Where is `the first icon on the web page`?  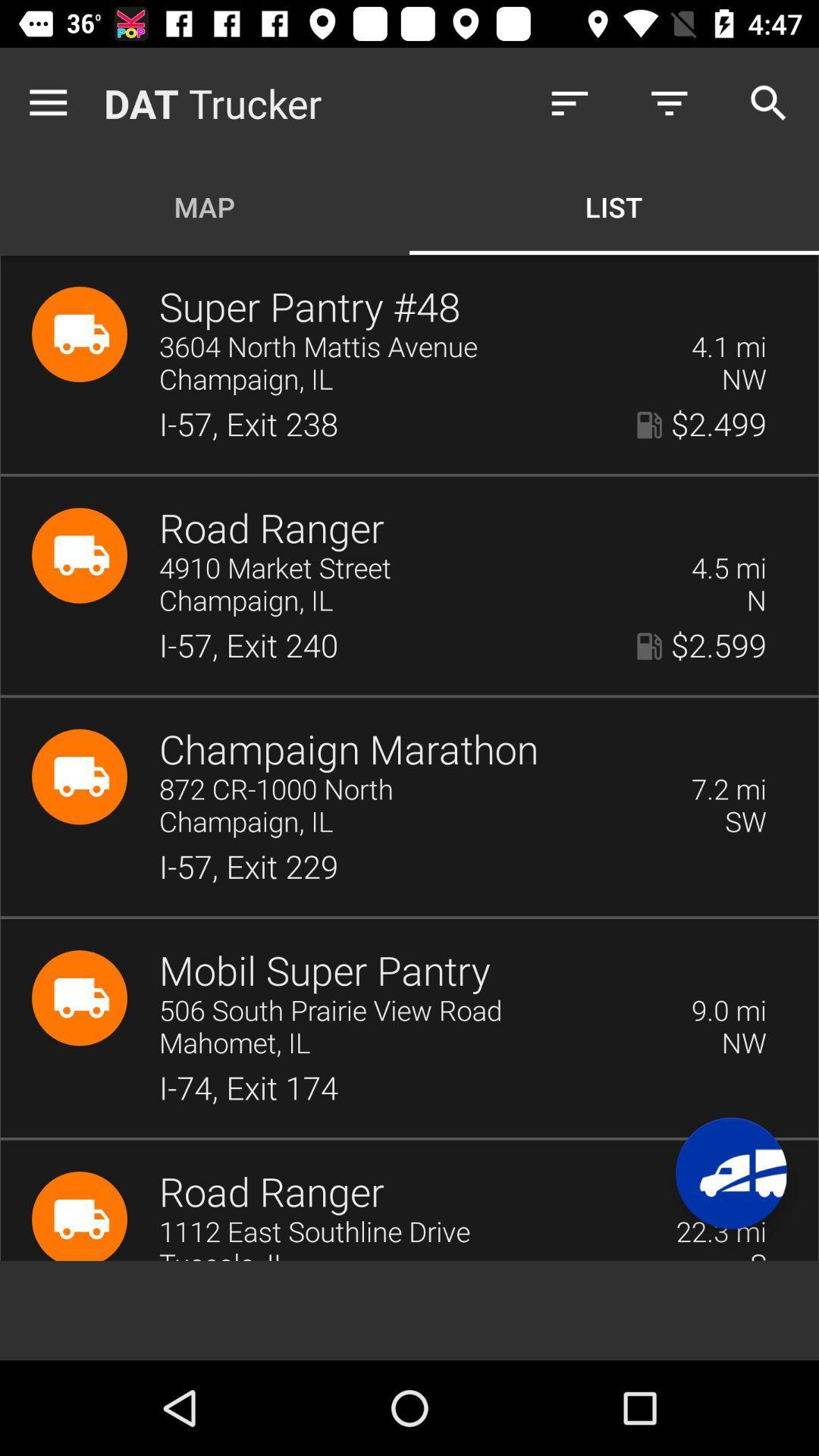
the first icon on the web page is located at coordinates (79, 334).